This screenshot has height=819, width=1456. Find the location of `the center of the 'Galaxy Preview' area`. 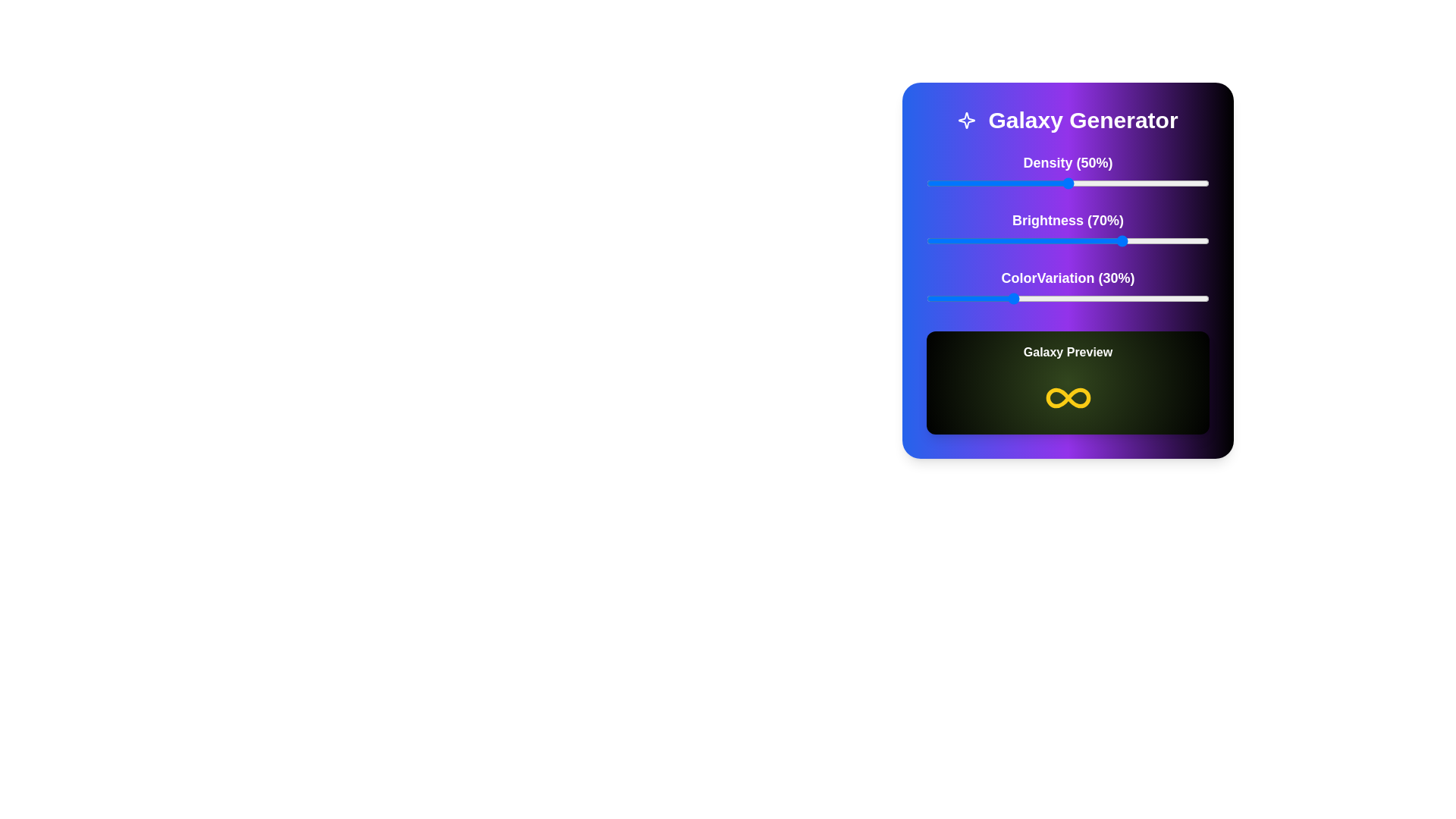

the center of the 'Galaxy Preview' area is located at coordinates (1067, 382).